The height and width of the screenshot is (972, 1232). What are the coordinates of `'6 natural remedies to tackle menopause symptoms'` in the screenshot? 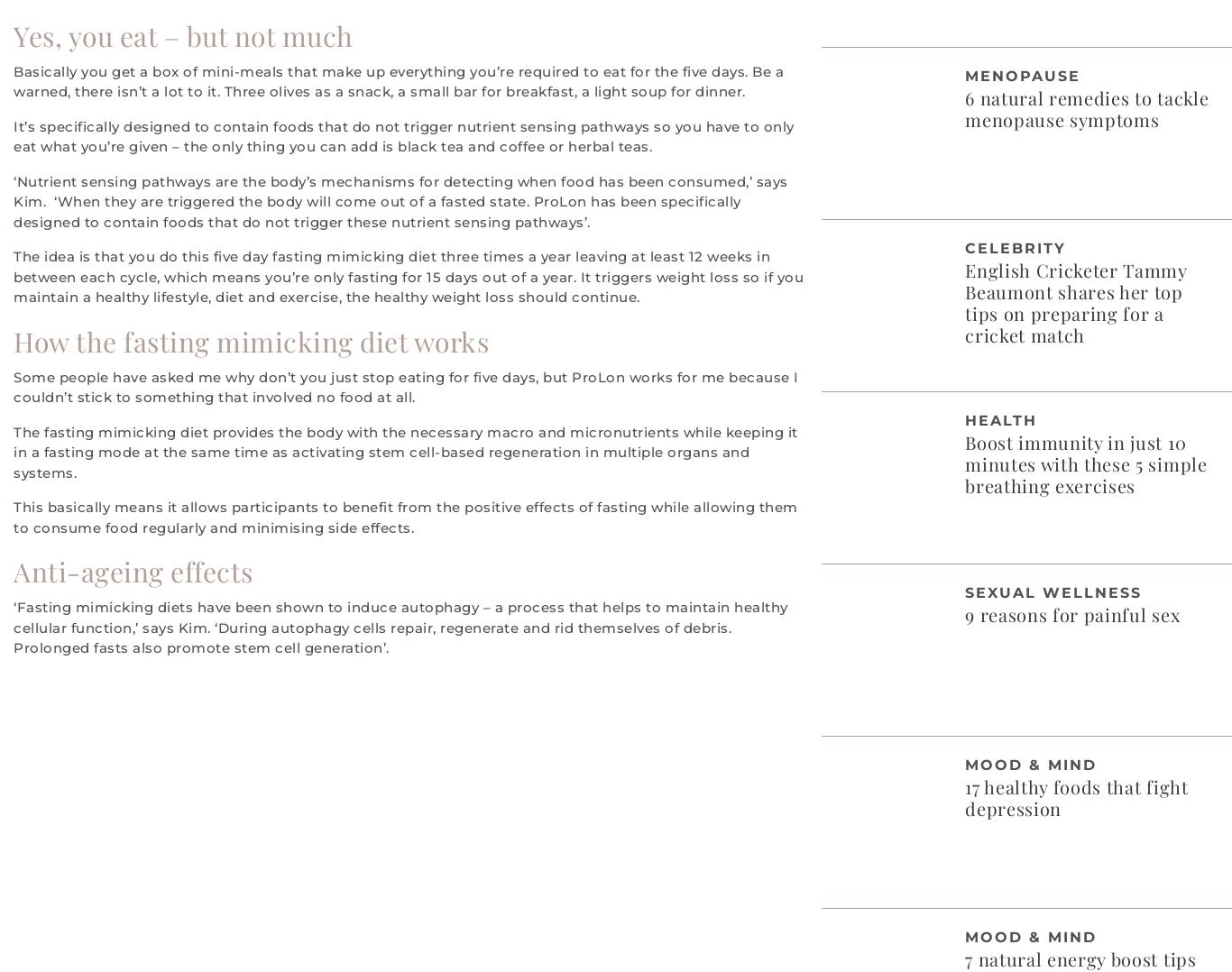 It's located at (1086, 107).